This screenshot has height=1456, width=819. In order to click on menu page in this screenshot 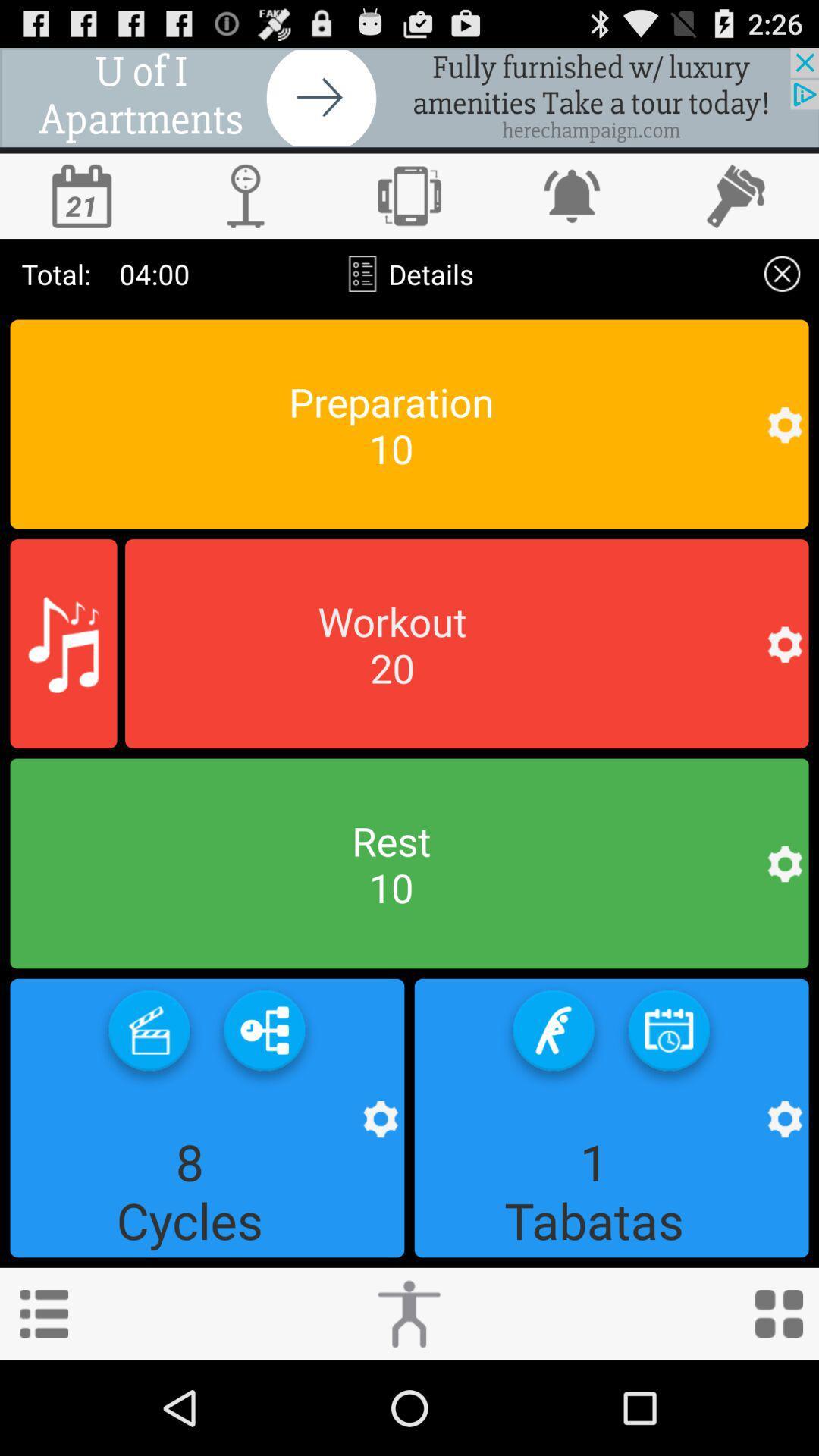, I will do `click(43, 1313)`.